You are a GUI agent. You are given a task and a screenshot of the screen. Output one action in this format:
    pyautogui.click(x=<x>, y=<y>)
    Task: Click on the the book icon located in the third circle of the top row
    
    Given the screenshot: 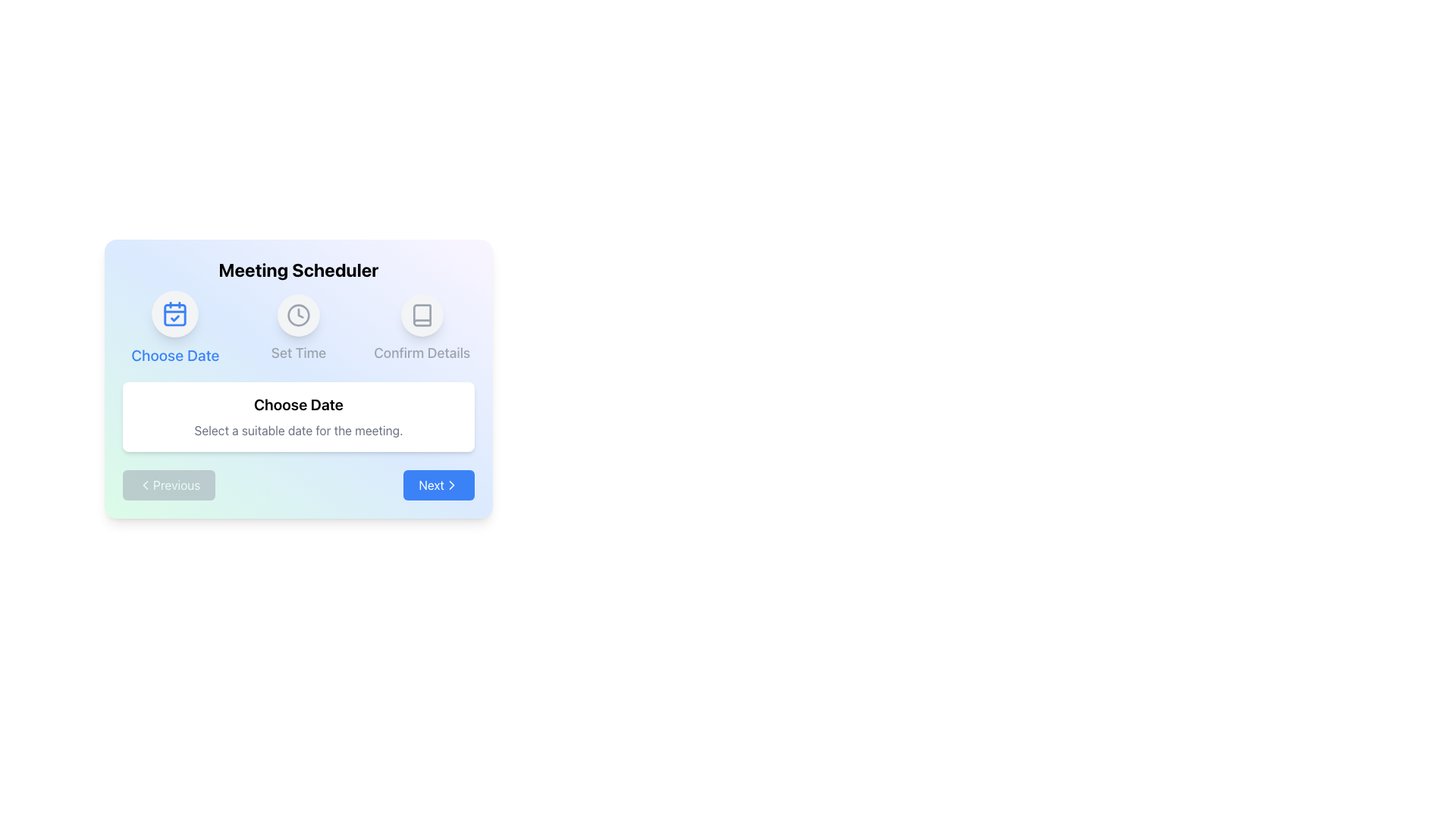 What is the action you would take?
    pyautogui.click(x=422, y=315)
    